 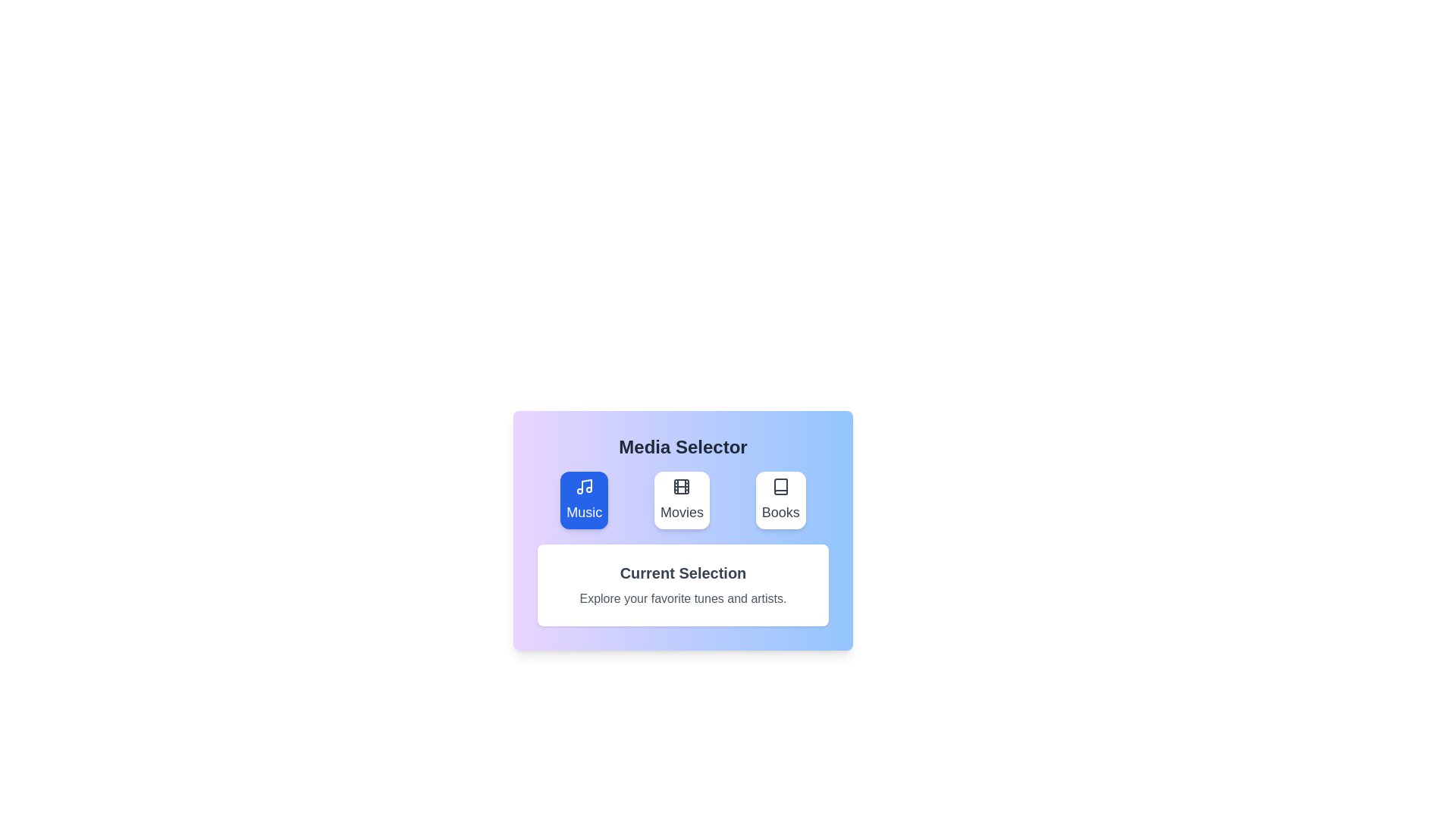 I want to click on the title or heading that introduces the media selection interface, which is positioned above the buttons labeled 'Music', 'Movies', and 'Books', so click(x=682, y=447).